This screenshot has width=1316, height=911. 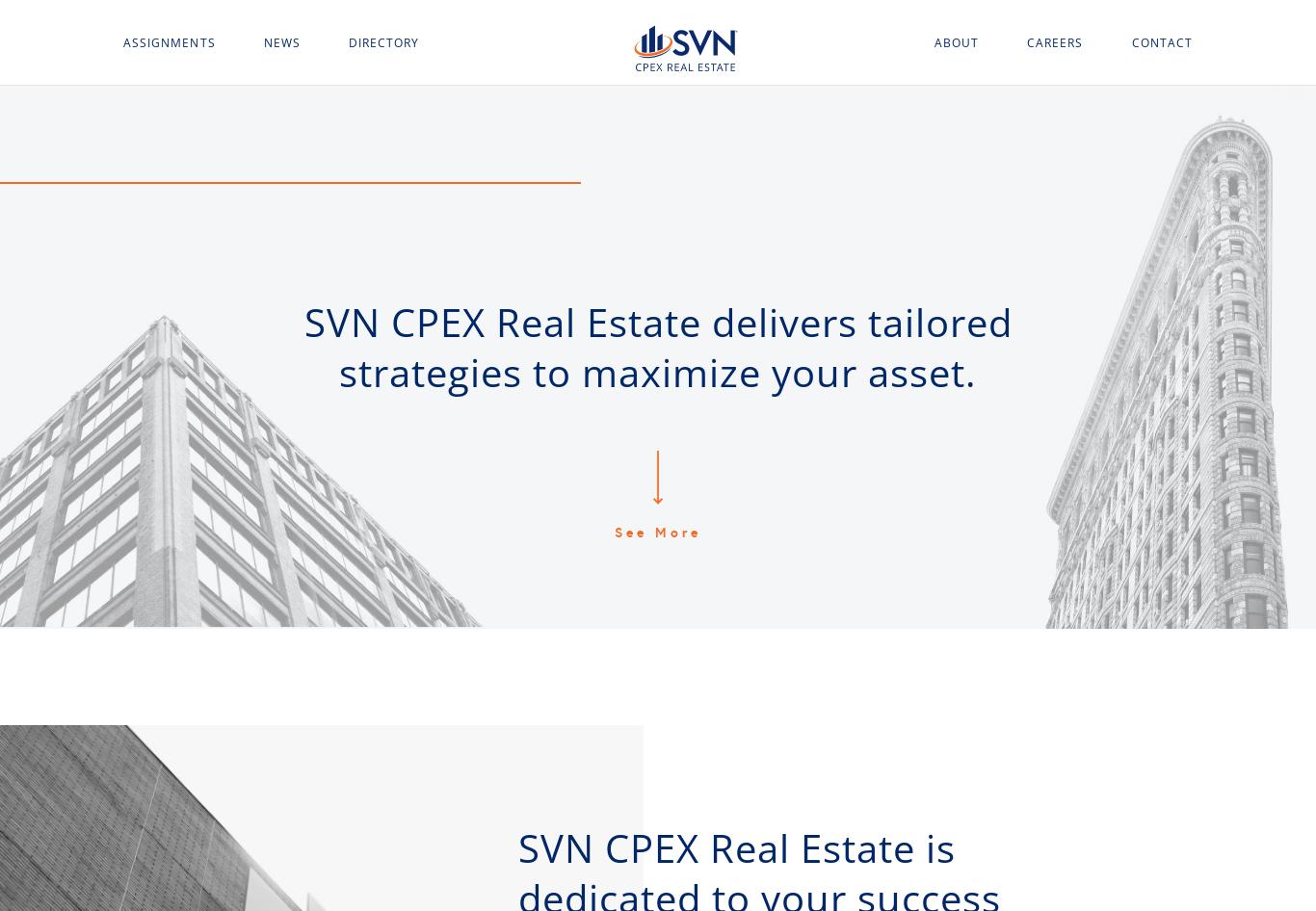 I want to click on 'News', so click(x=281, y=41).